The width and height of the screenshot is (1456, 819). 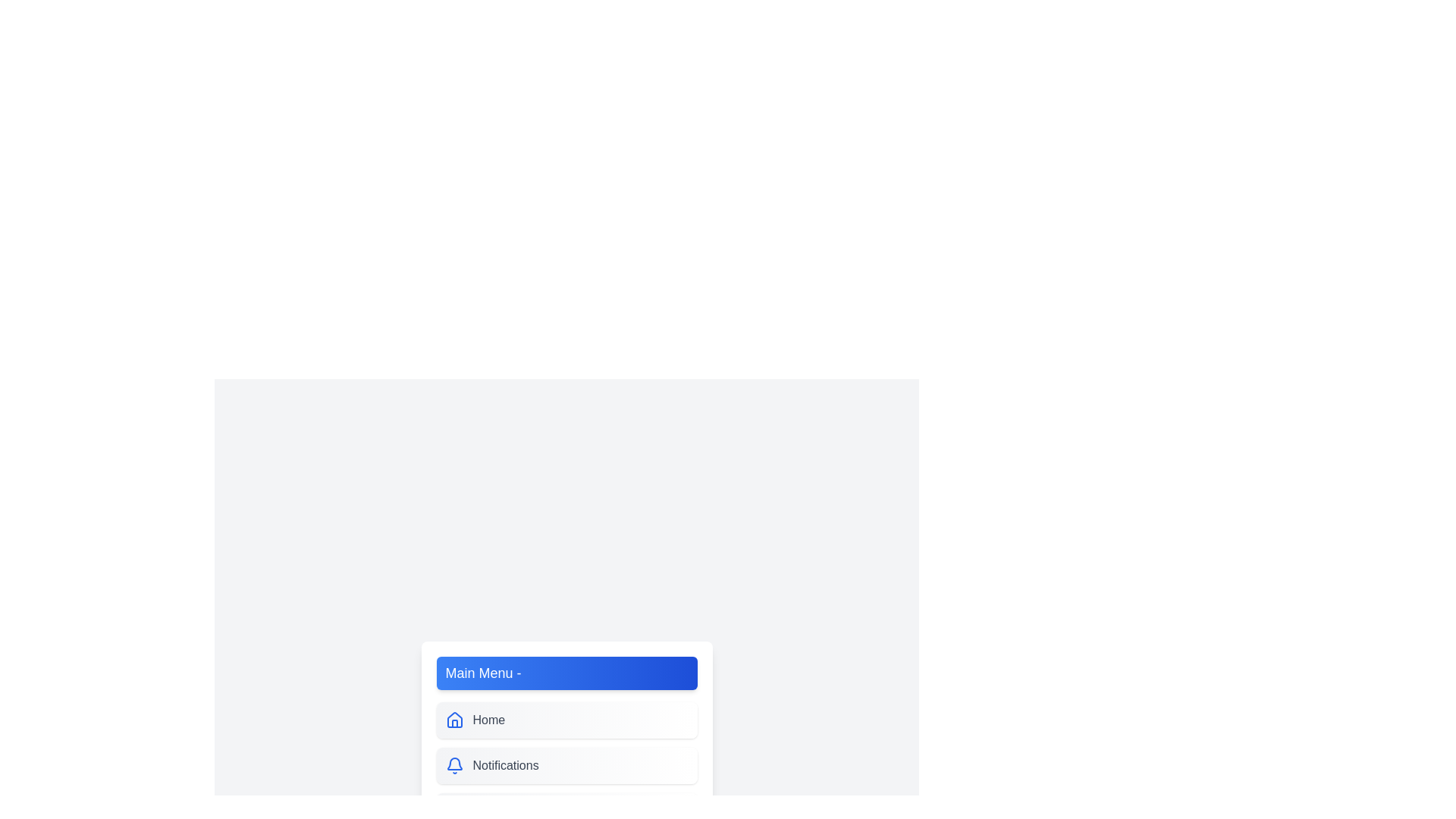 I want to click on the menu item Notifications, so click(x=566, y=766).